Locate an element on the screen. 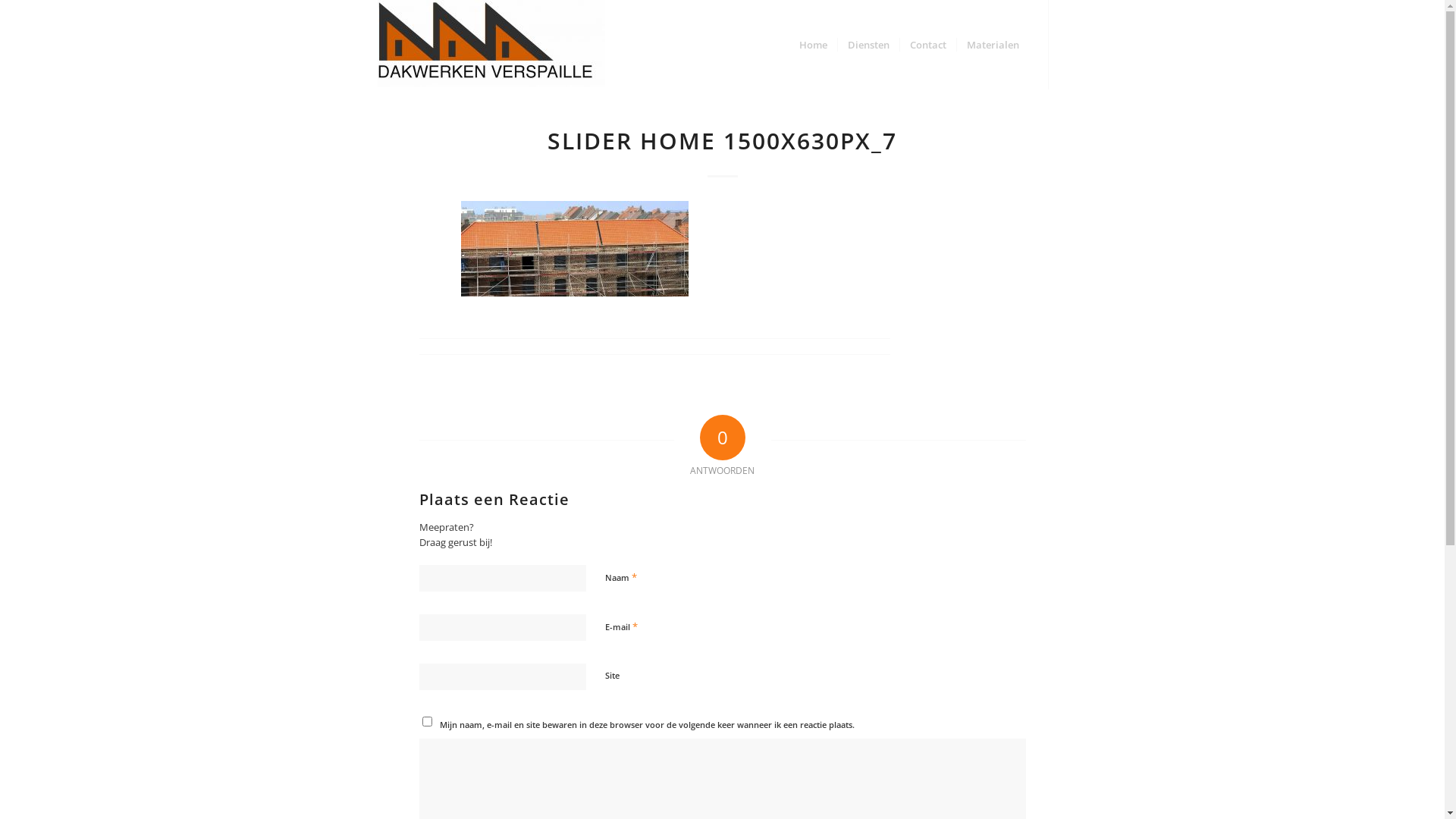 This screenshot has width=1456, height=819. 'Materialen' is located at coordinates (954, 43).